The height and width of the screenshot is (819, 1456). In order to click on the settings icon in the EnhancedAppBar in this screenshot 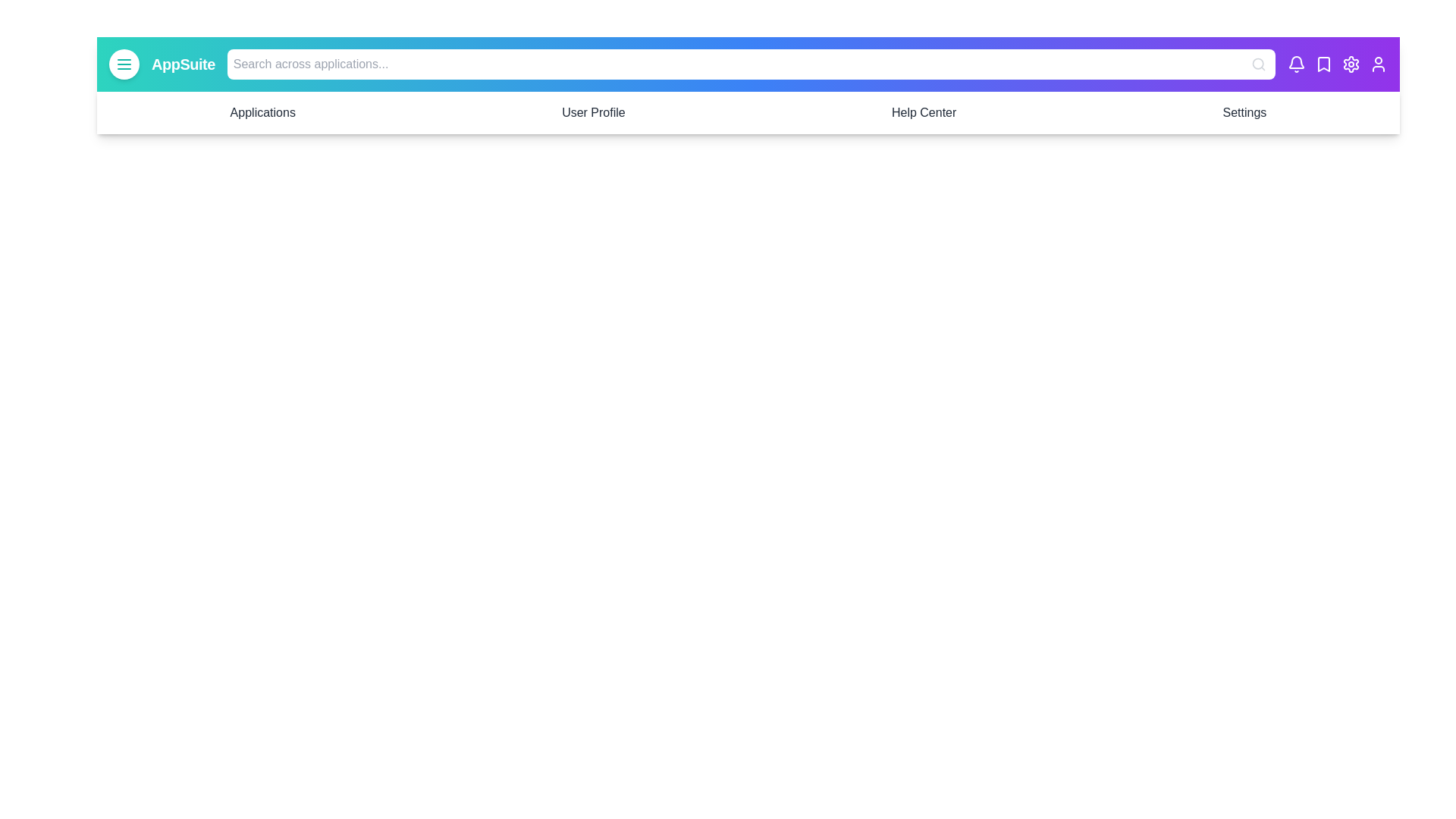, I will do `click(1351, 63)`.